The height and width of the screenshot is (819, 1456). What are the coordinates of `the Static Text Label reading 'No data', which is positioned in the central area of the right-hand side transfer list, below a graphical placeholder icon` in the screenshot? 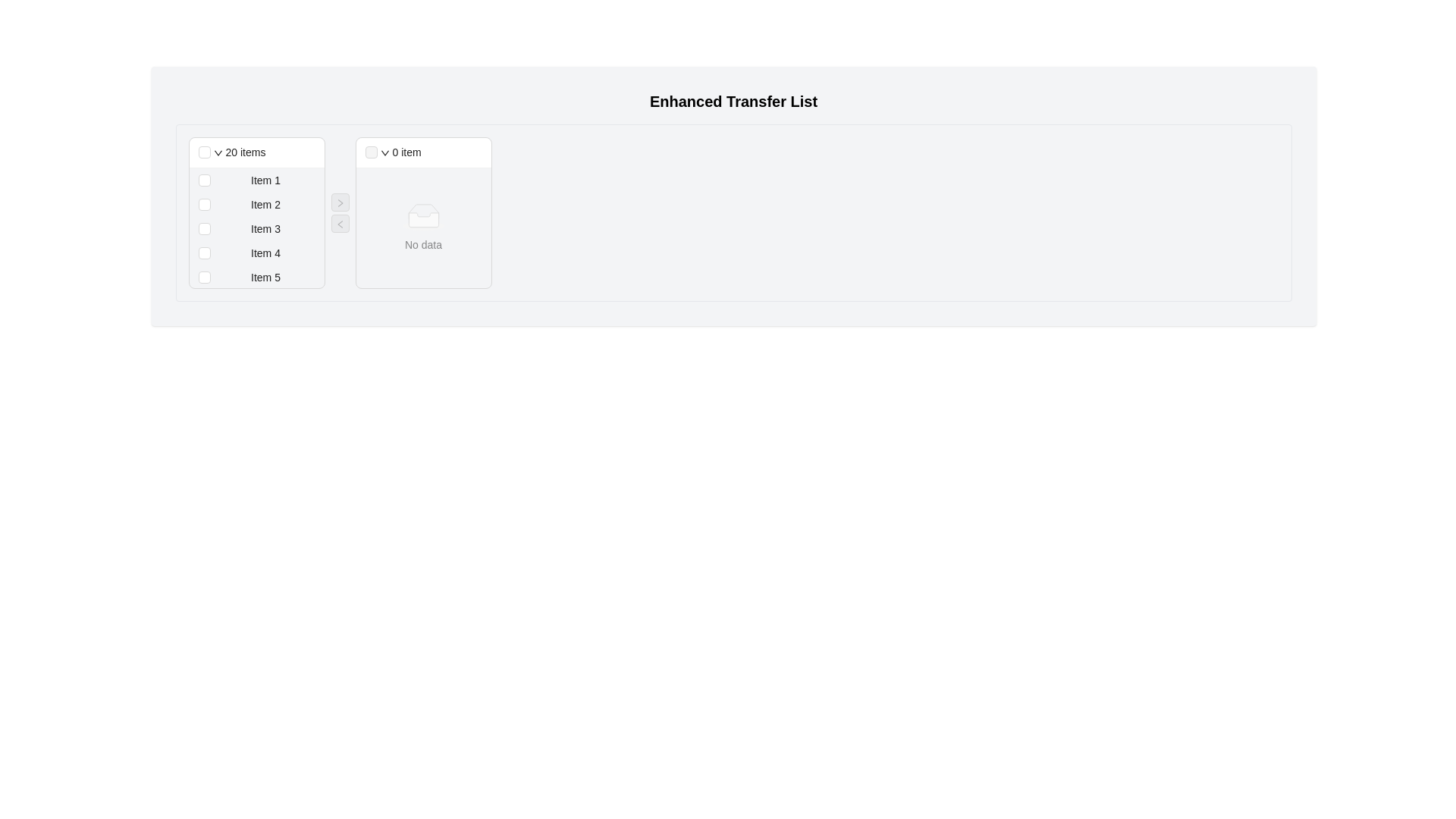 It's located at (423, 243).